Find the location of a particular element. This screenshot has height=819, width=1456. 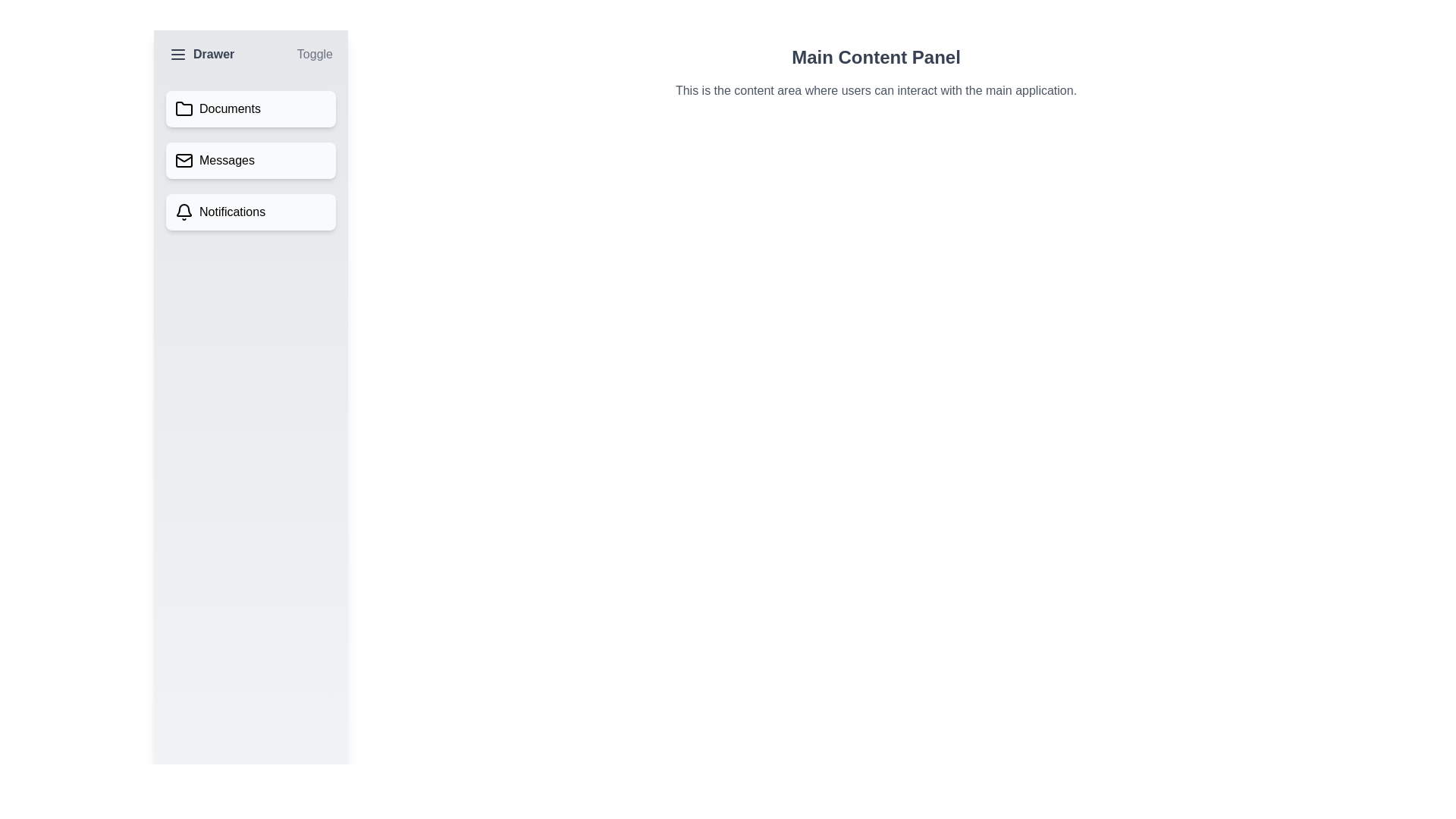

the 'Messages' icon in the navigation menu is located at coordinates (184, 161).